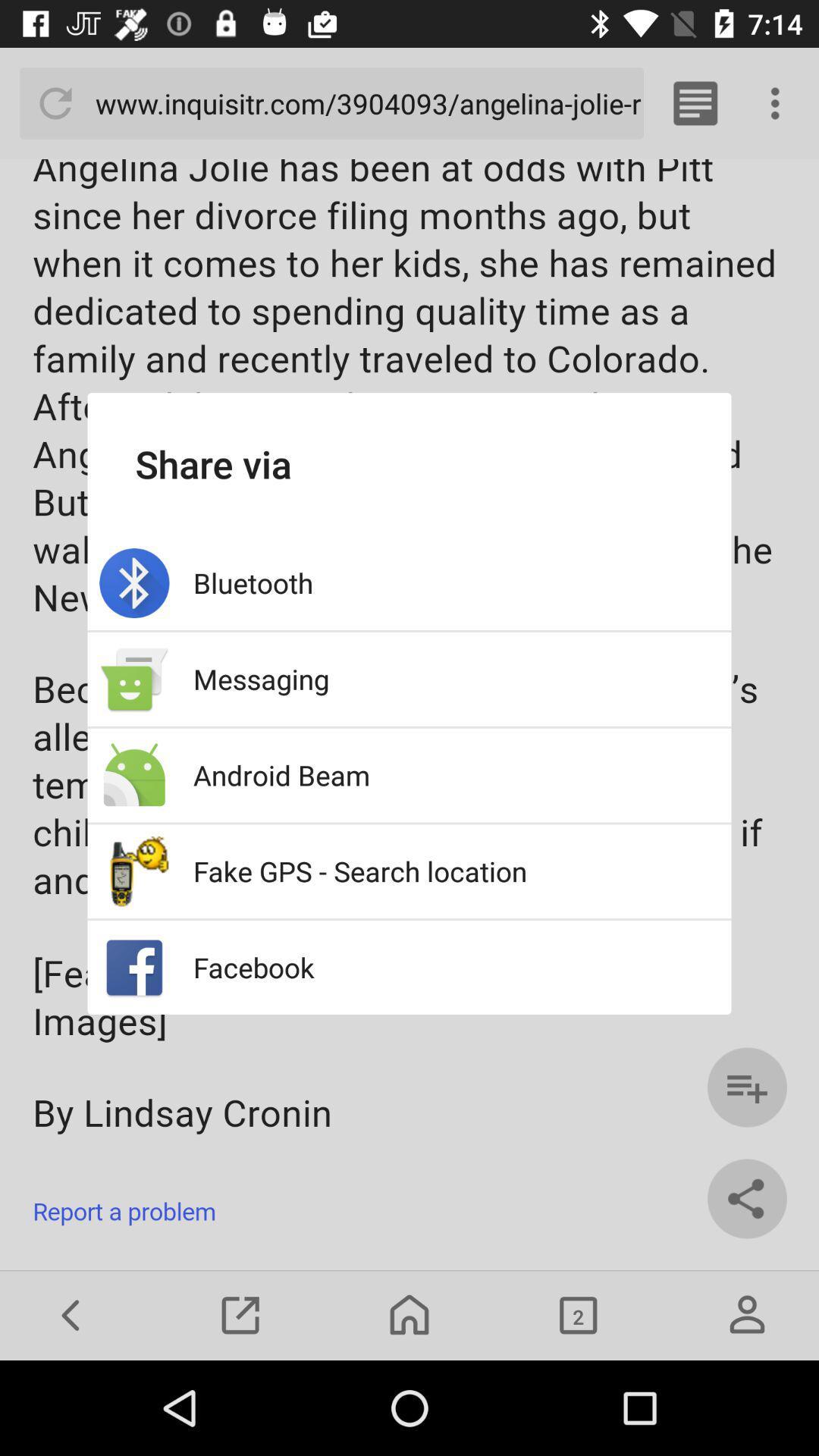 This screenshot has height=1456, width=819. What do you see at coordinates (71, 1314) in the screenshot?
I see `the arrow_backward icon` at bounding box center [71, 1314].